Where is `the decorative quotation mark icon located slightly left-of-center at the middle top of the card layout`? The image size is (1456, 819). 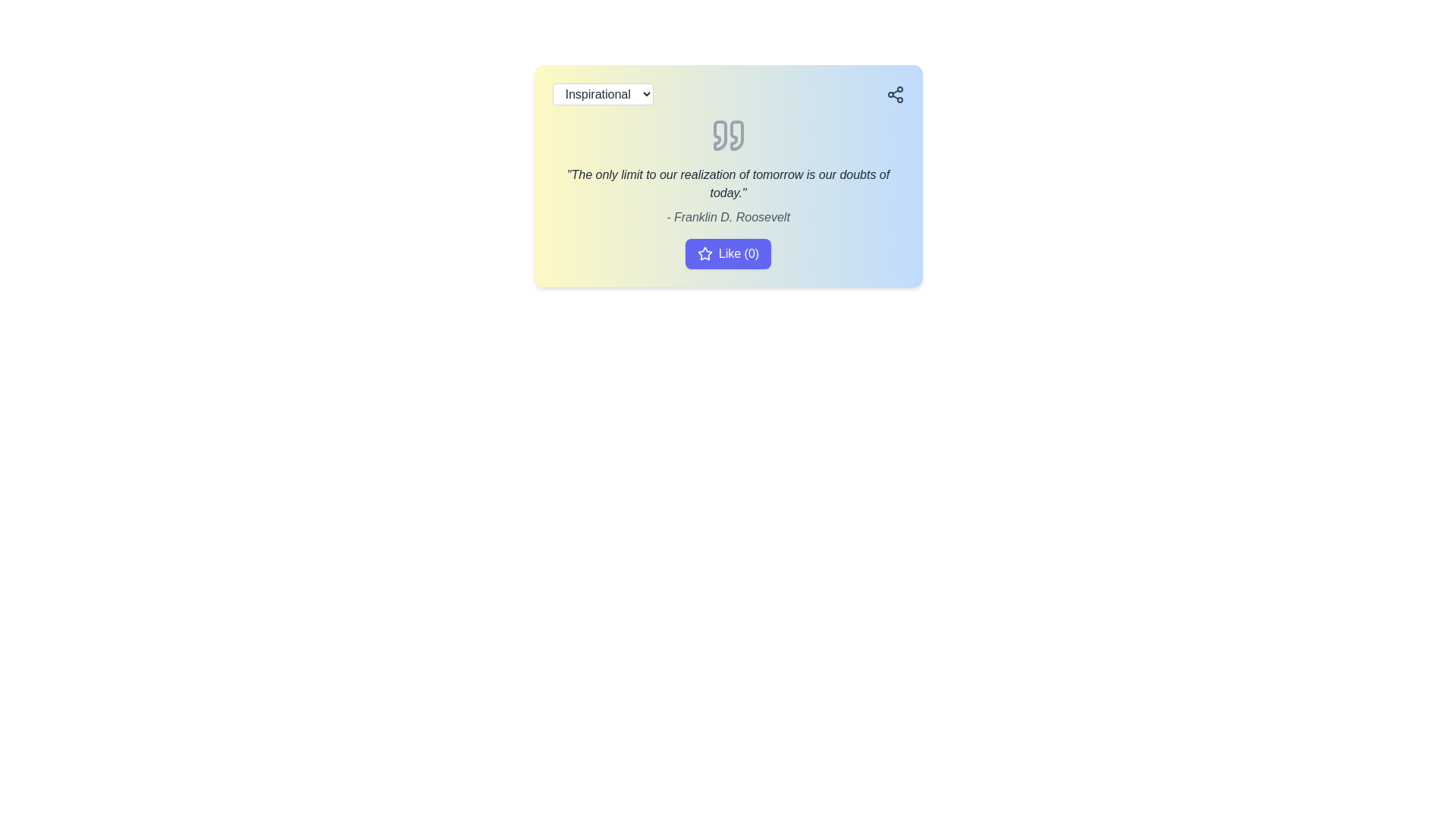 the decorative quotation mark icon located slightly left-of-center at the middle top of the card layout is located at coordinates (719, 134).